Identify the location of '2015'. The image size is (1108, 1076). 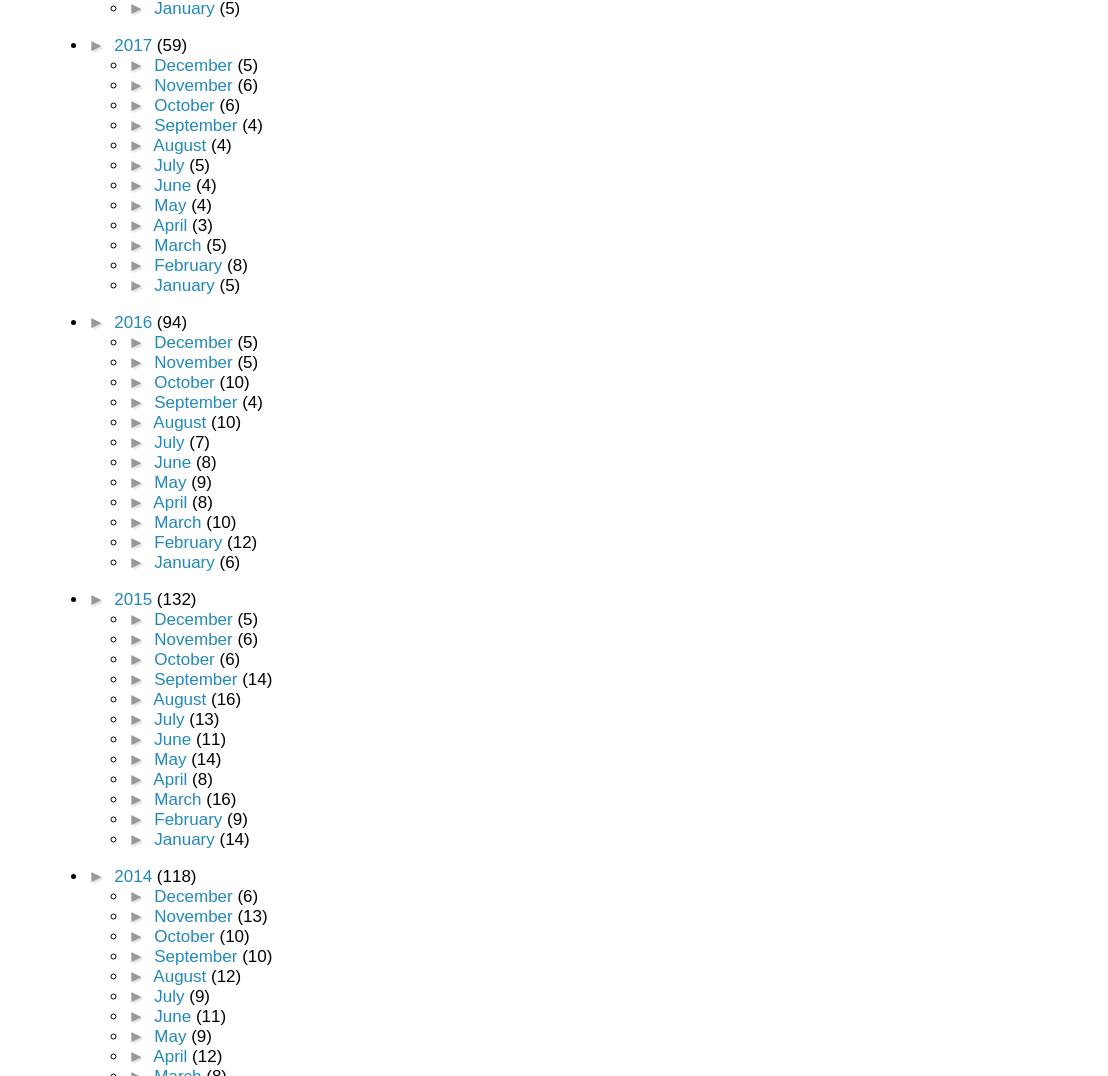
(134, 599).